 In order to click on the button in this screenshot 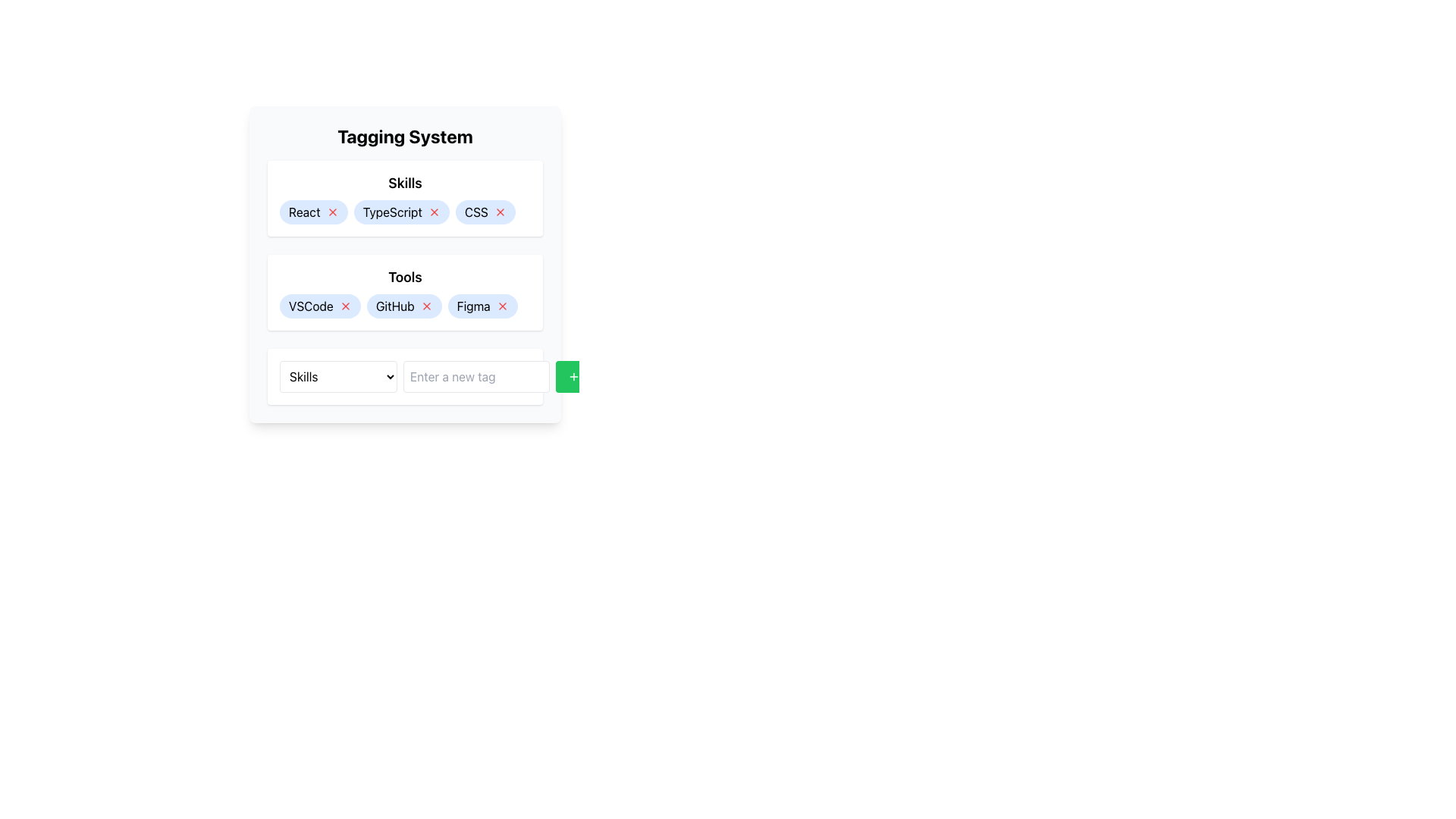, I will do `click(500, 212)`.